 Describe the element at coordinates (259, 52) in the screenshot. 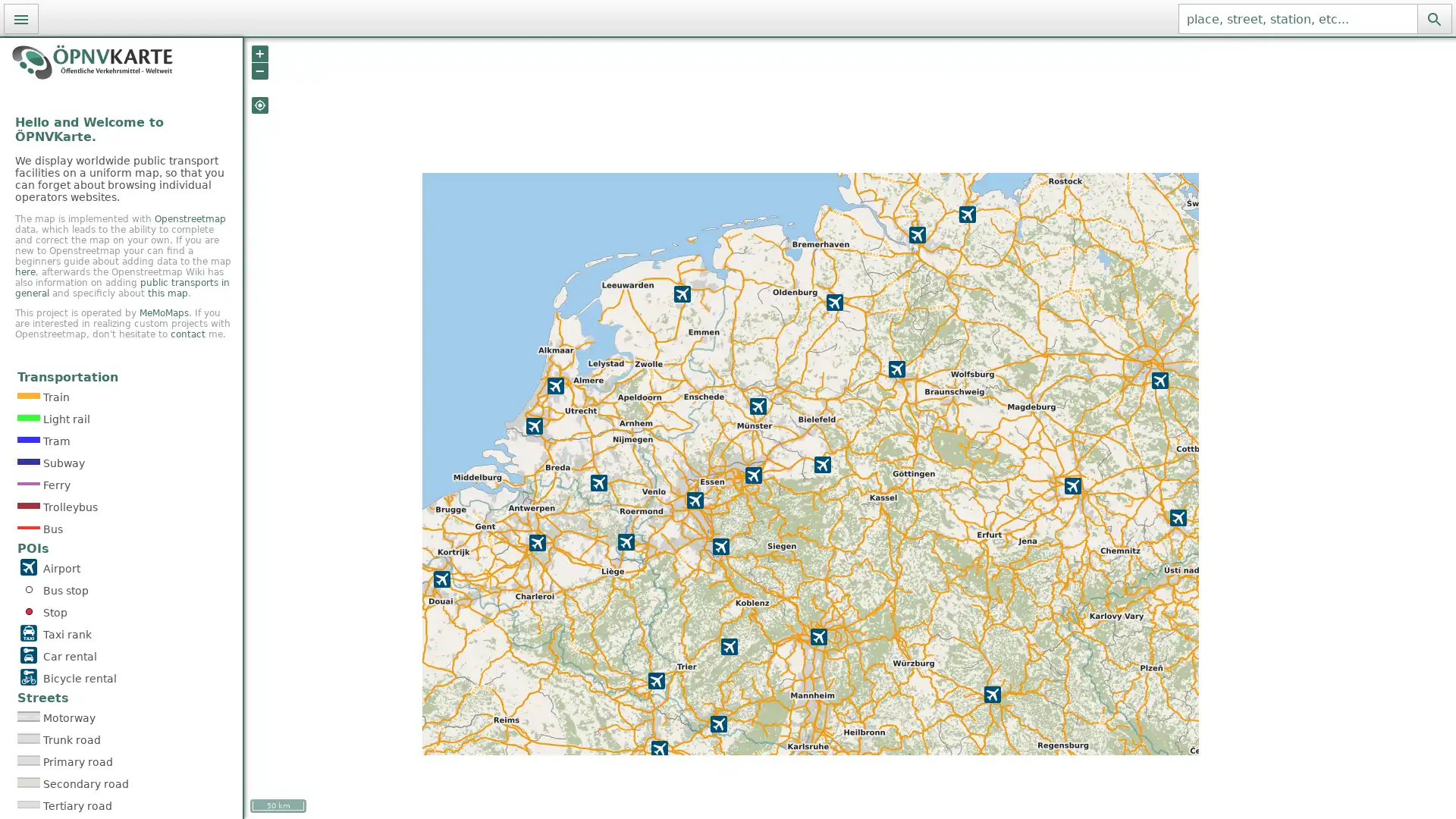

I see `+` at that location.